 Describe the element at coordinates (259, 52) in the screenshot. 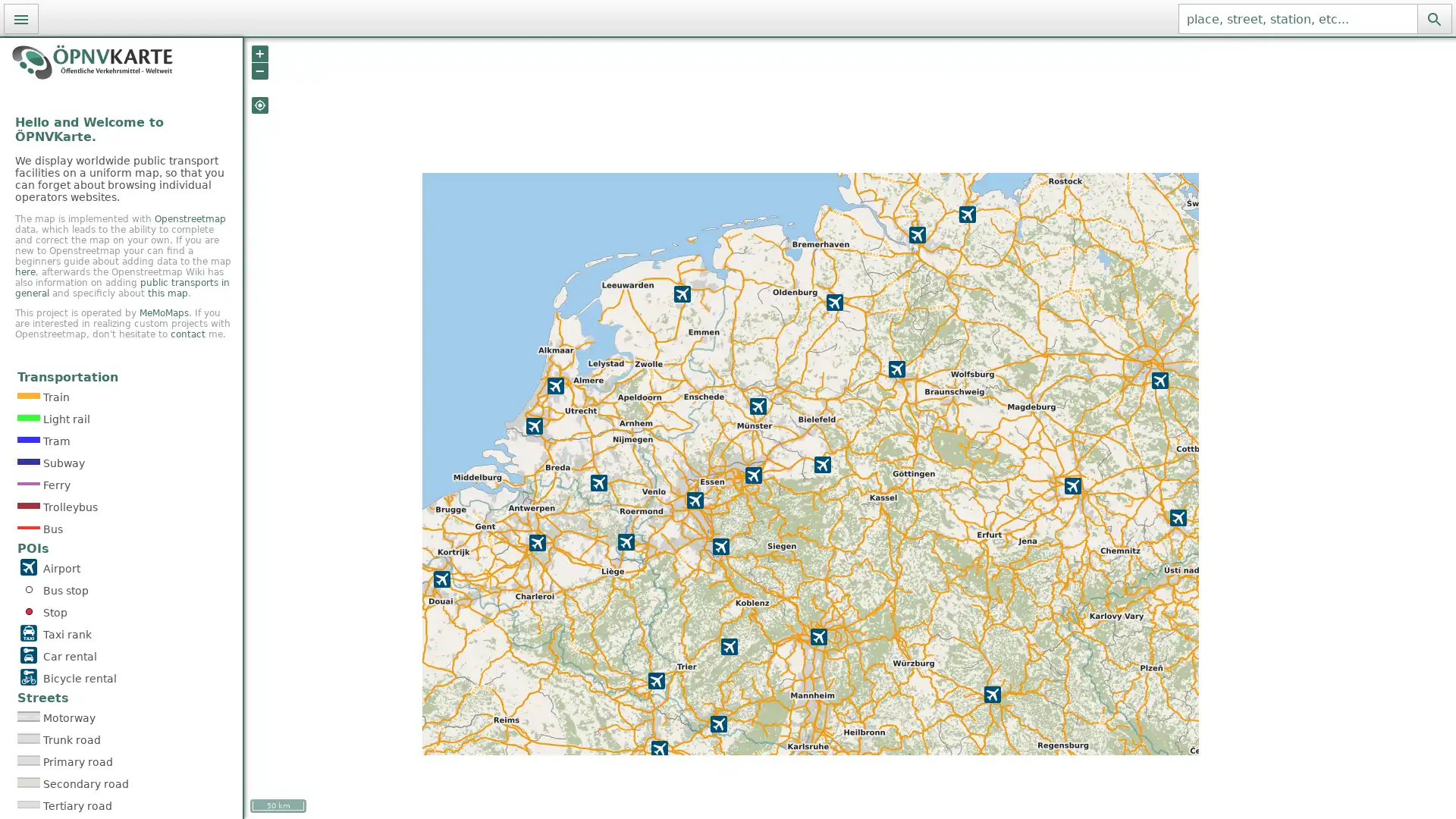

I see `+` at that location.